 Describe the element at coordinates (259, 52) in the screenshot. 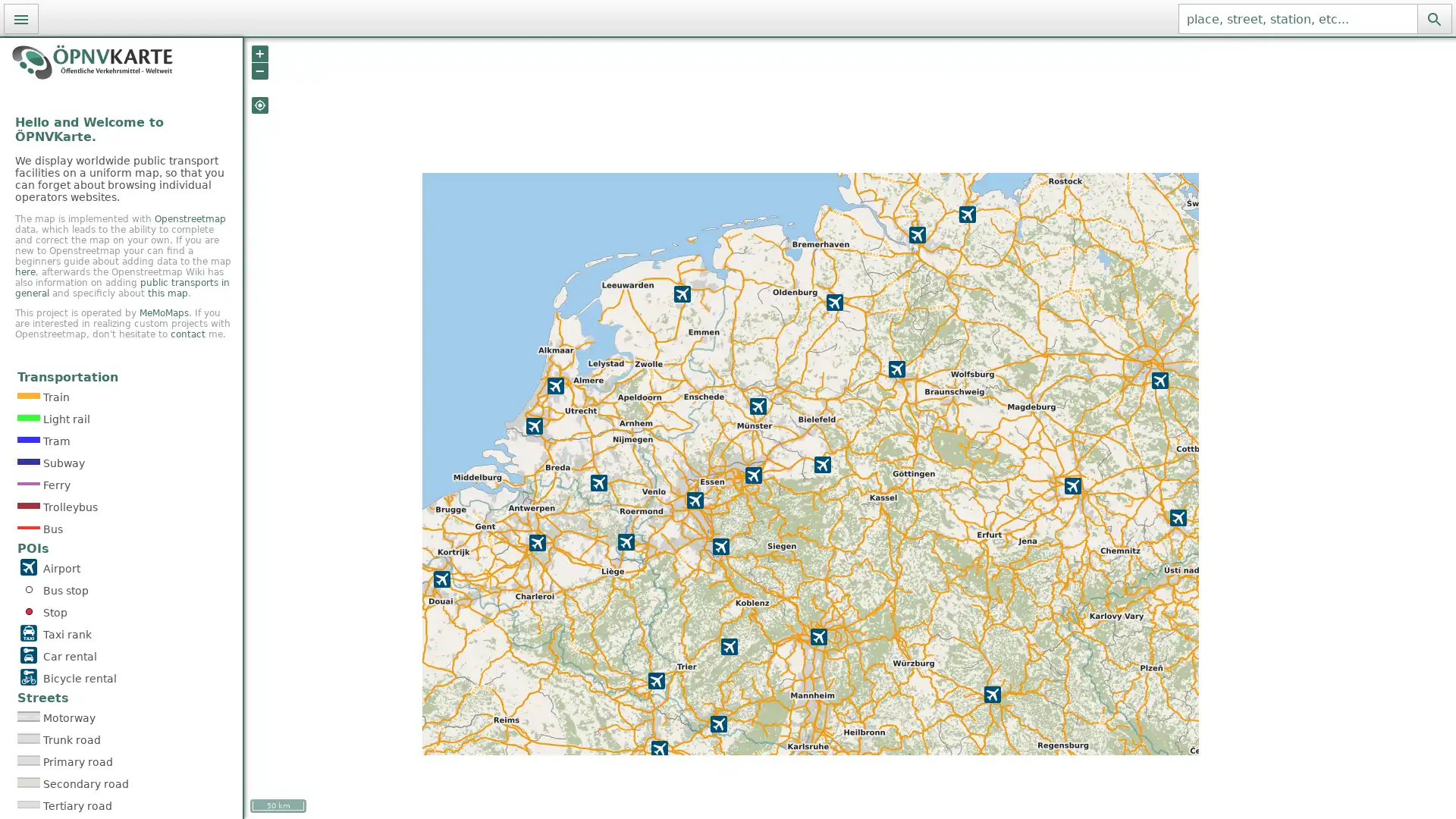

I see `+` at that location.